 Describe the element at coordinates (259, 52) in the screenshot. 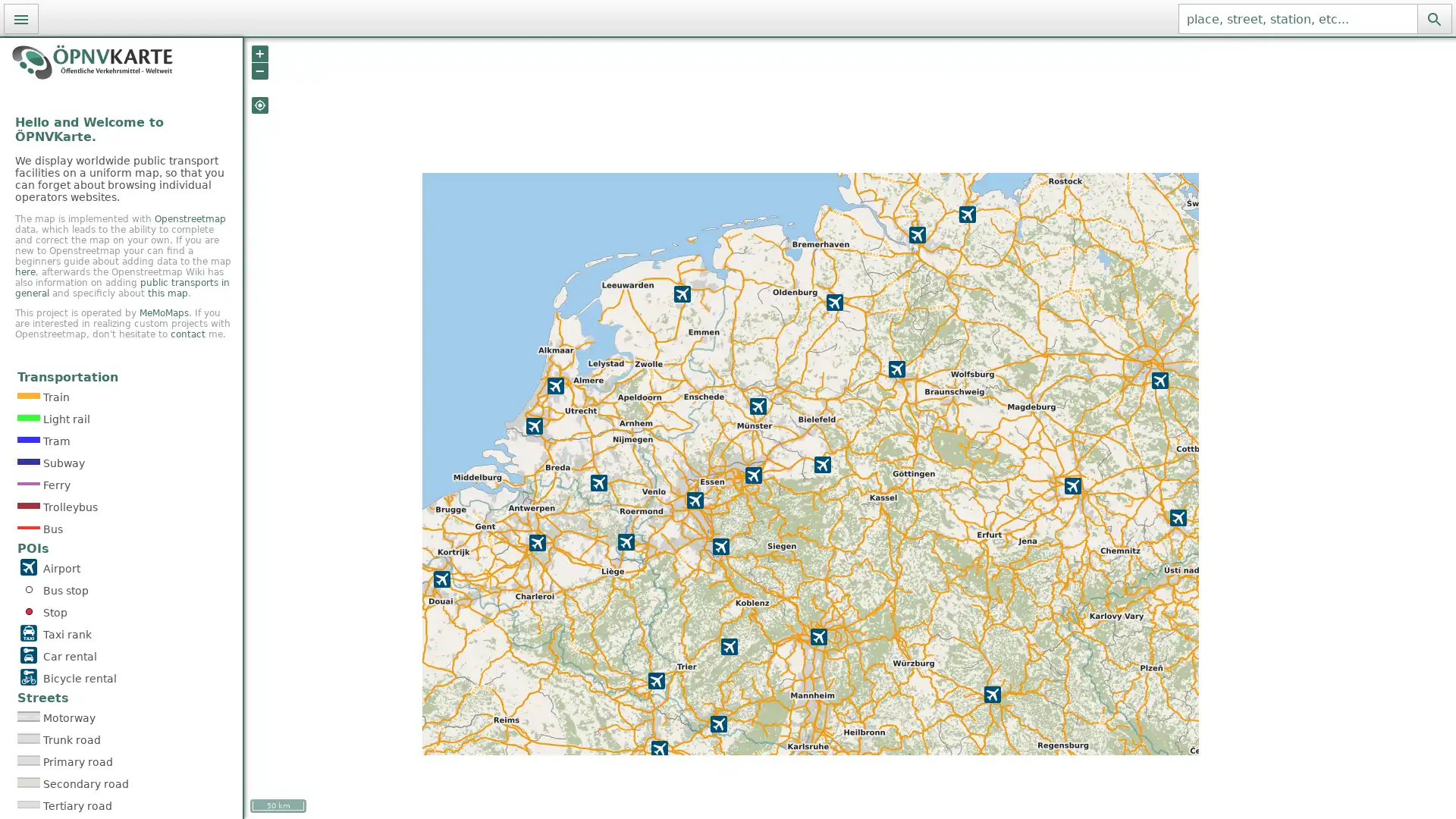

I see `+` at that location.